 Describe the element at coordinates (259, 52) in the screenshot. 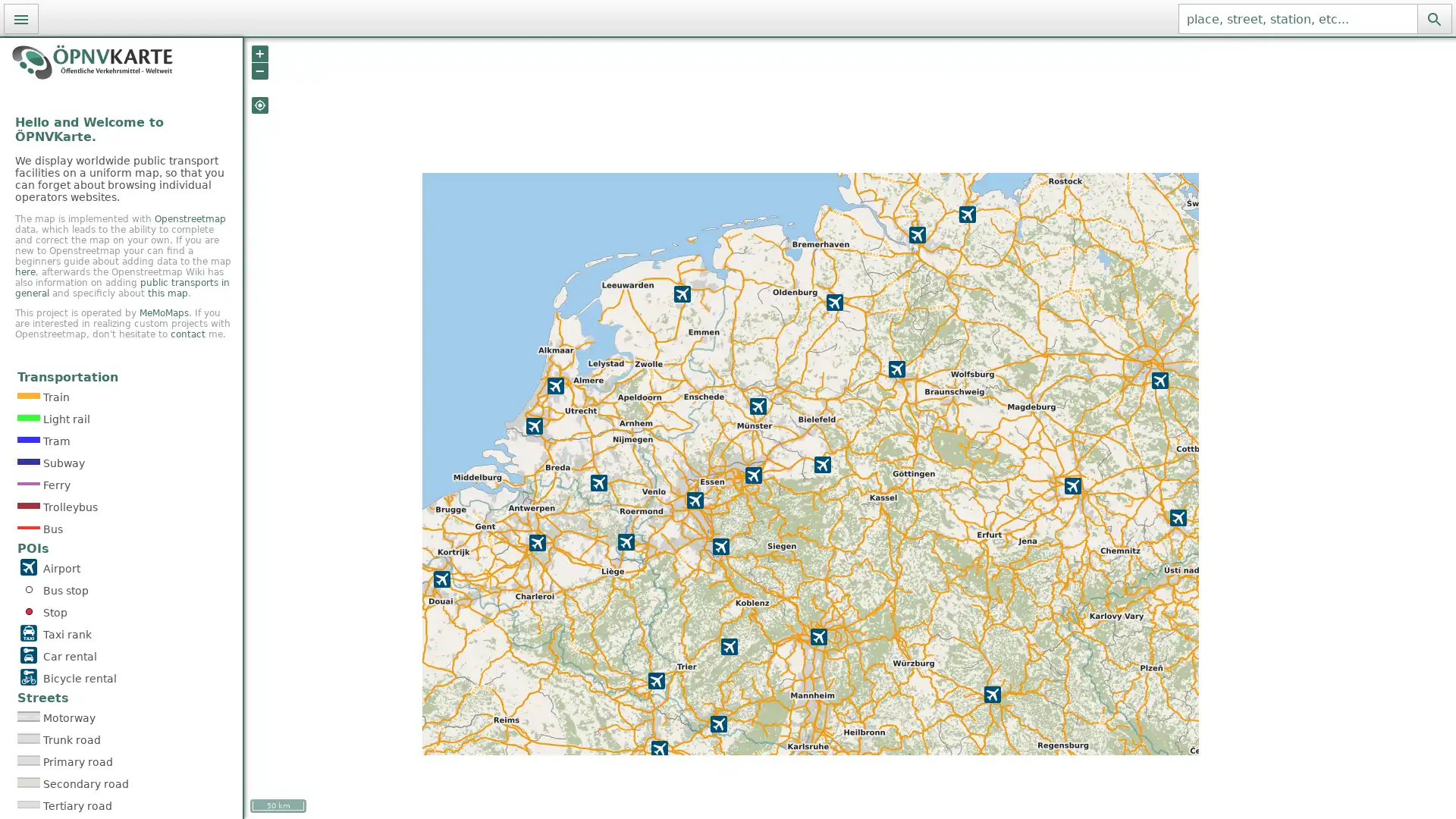

I see `+` at that location.